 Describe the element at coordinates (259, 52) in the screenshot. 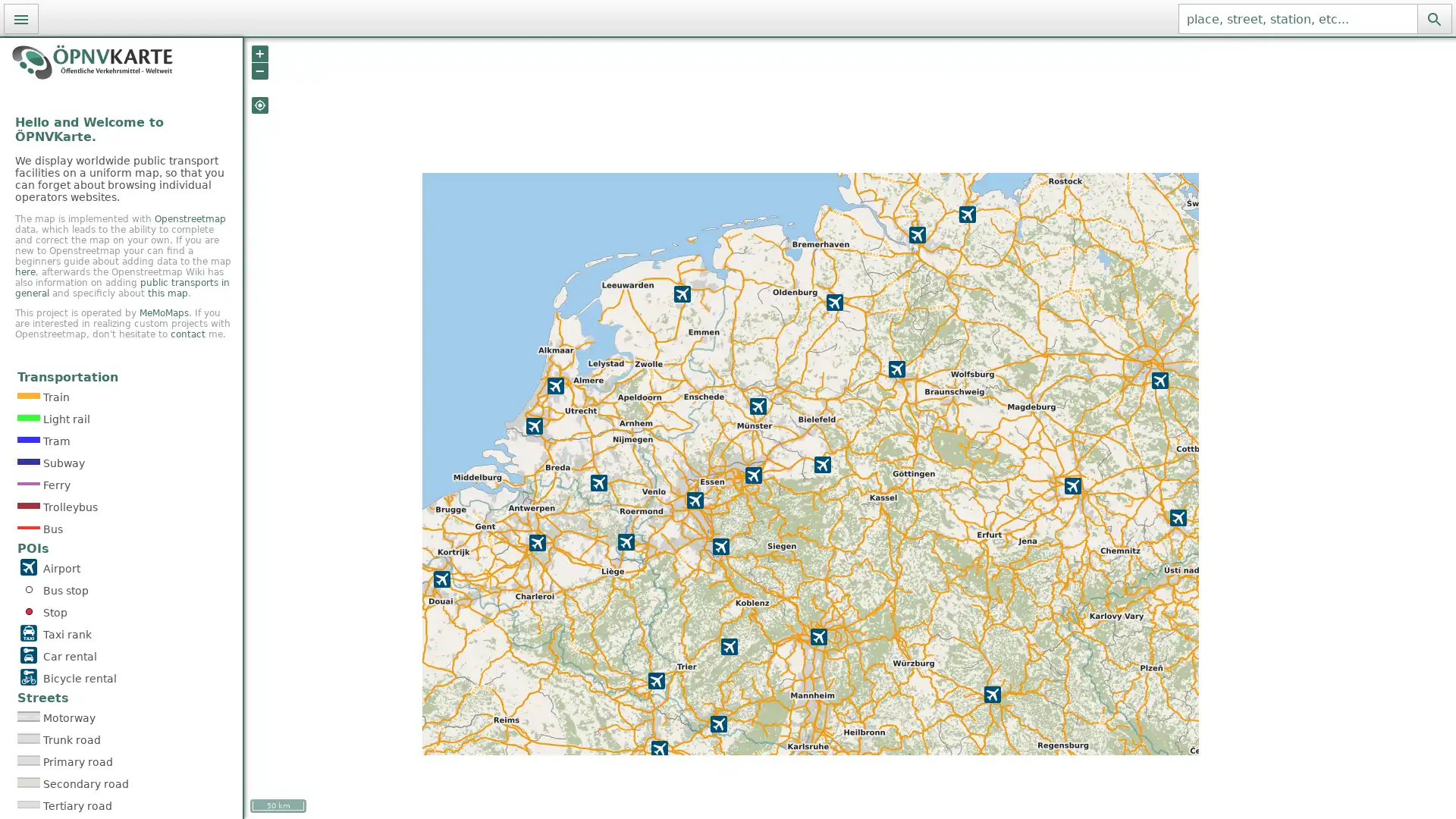

I see `+` at that location.